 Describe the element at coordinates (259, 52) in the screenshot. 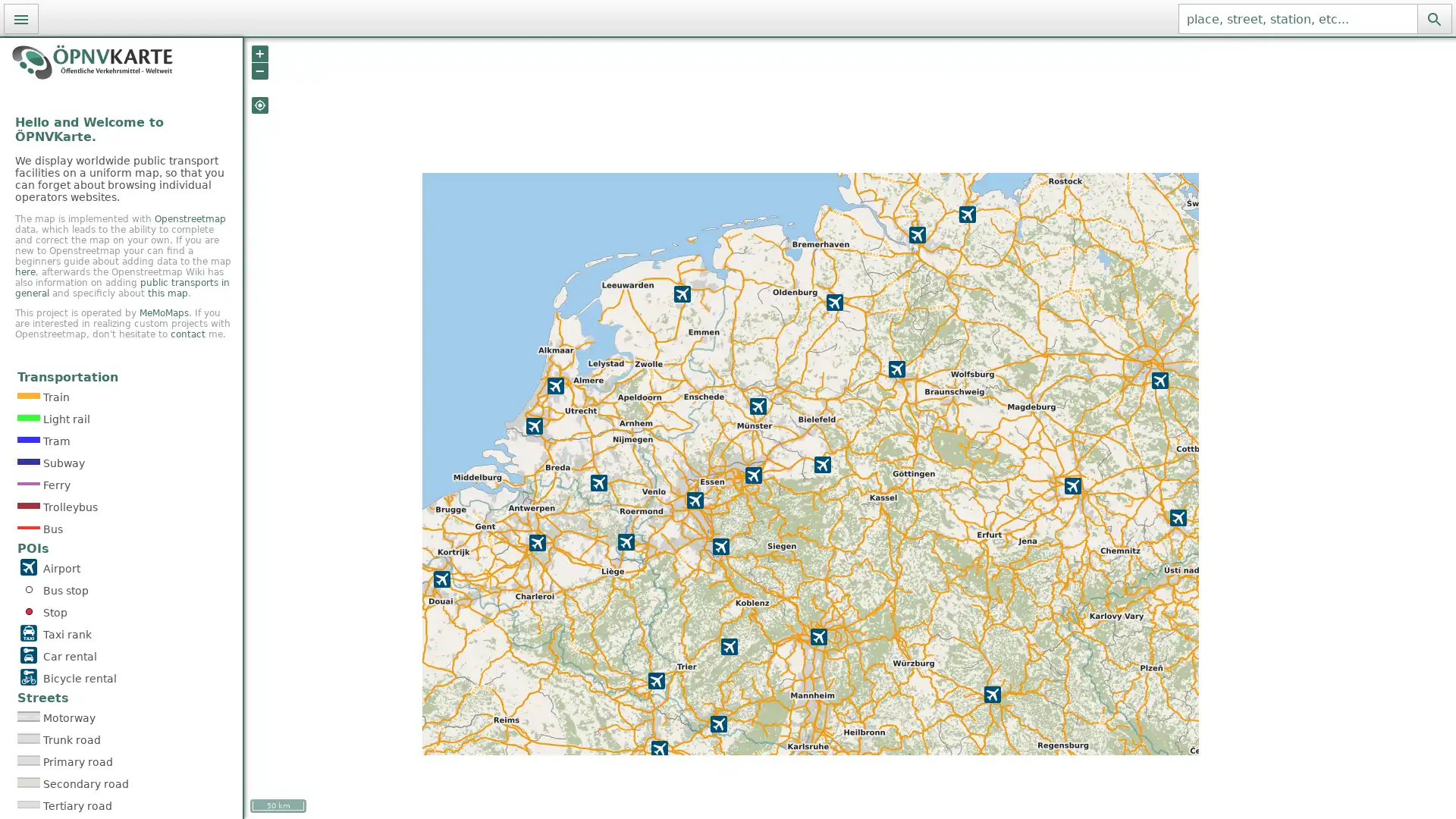

I see `+` at that location.